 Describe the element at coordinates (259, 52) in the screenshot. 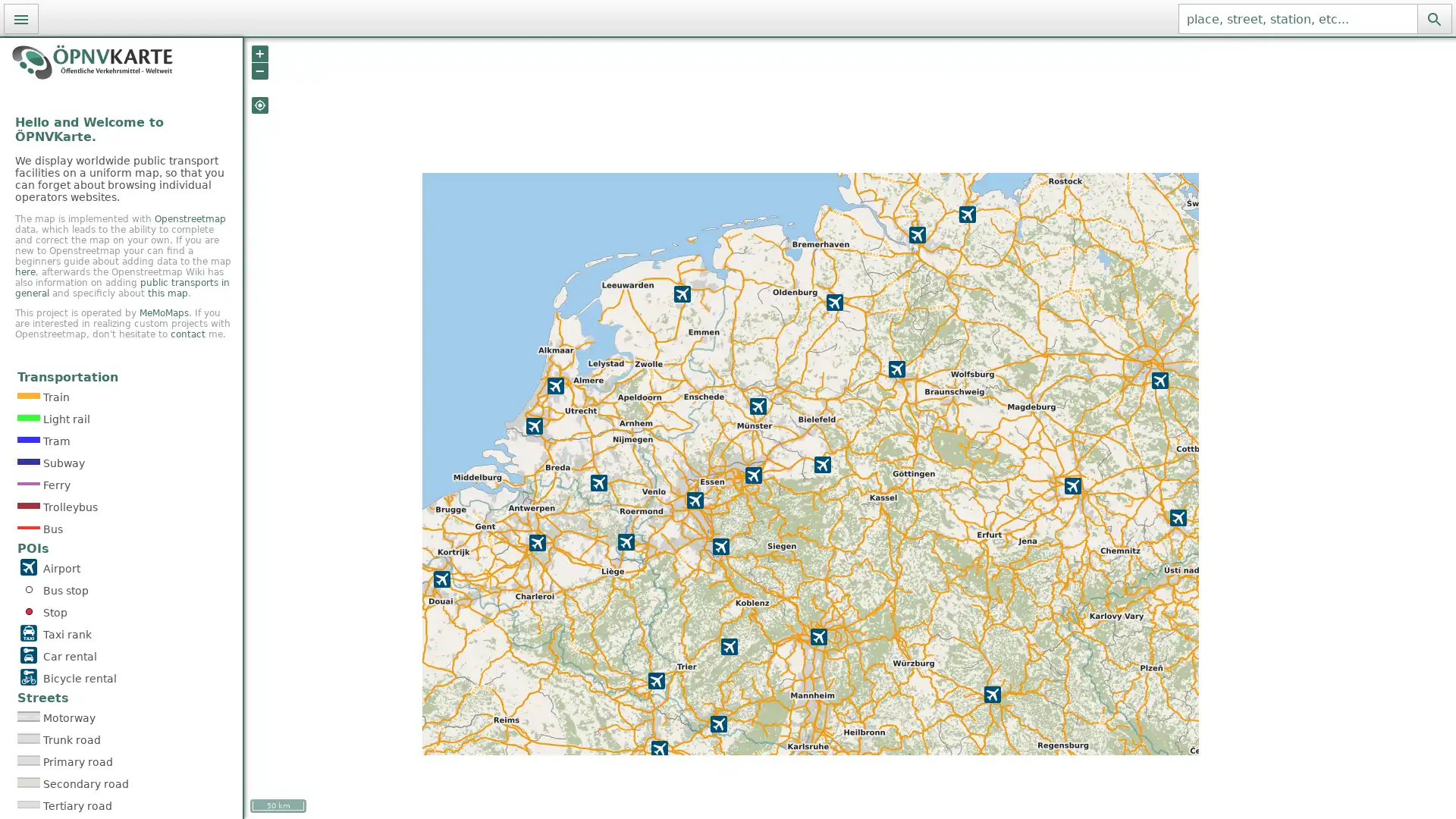

I see `+` at that location.